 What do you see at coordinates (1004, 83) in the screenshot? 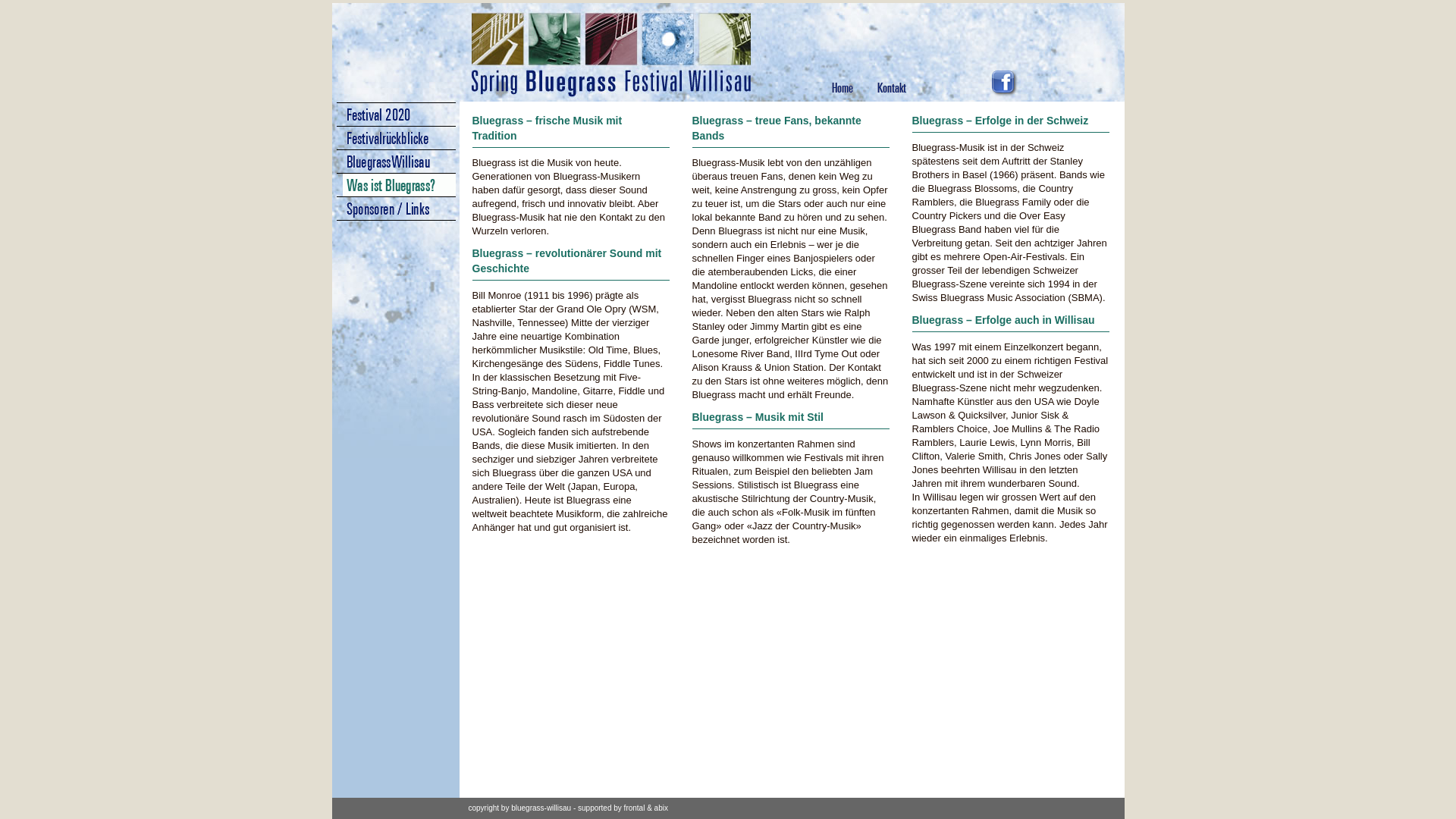
I see `'Spring Bluegrass Festival bei Facebook'` at bounding box center [1004, 83].